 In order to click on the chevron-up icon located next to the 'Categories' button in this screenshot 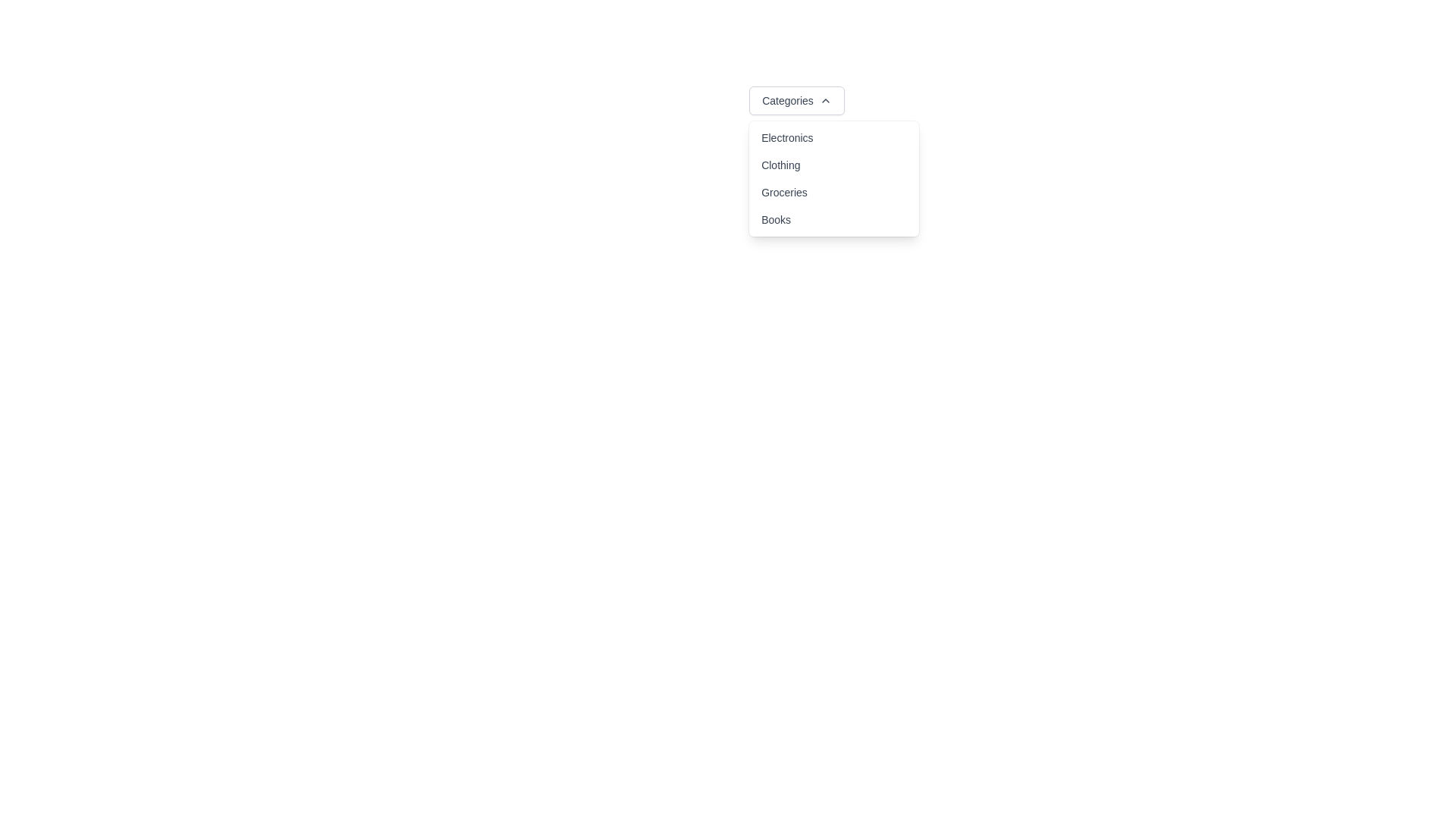, I will do `click(824, 100)`.